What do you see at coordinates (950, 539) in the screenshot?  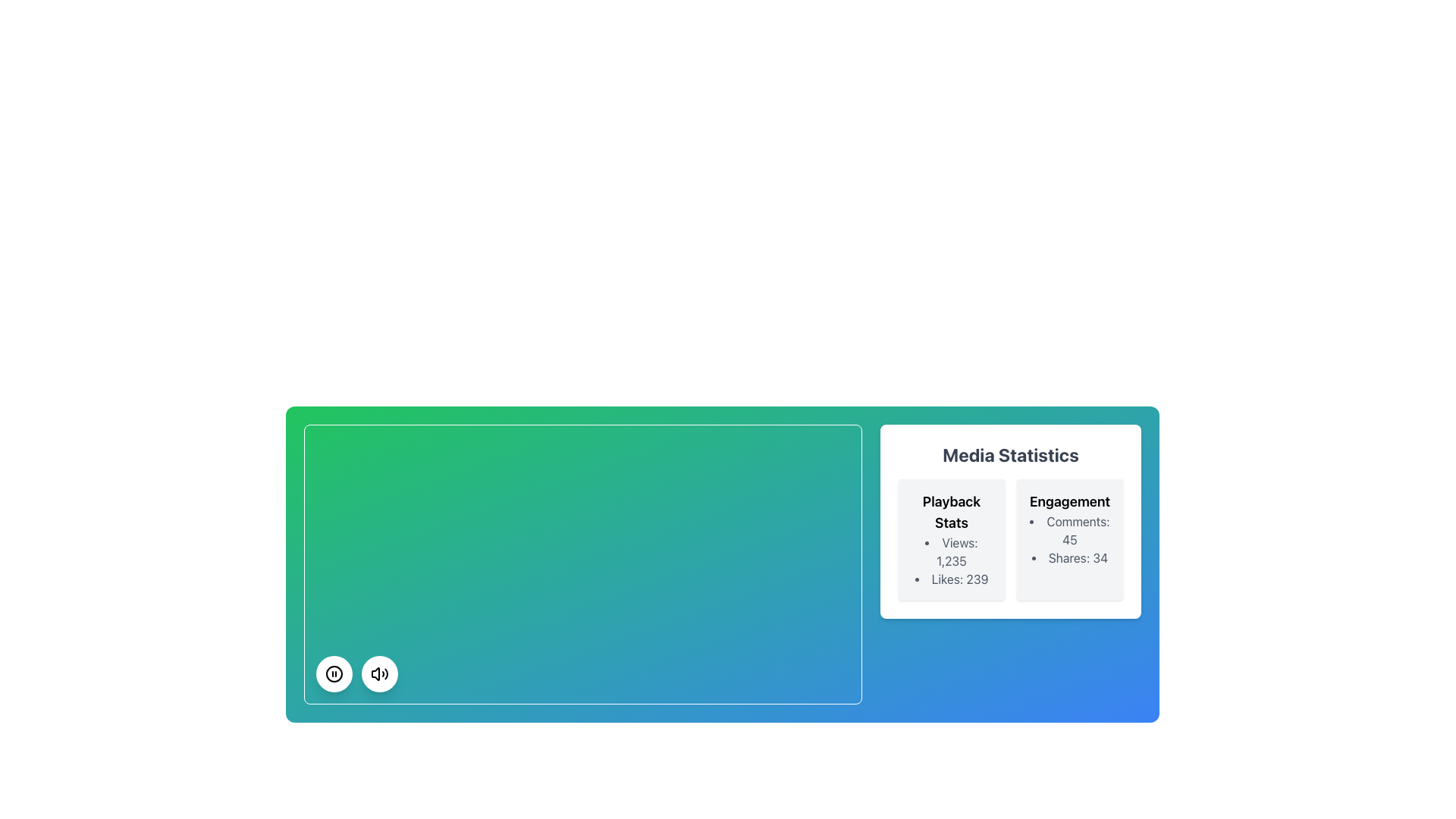 I see `the Statistical Display Card that summarizes playback metrics such as view count and likes, located in the right section of the interface as the first card on the left in a two-column grid` at bounding box center [950, 539].